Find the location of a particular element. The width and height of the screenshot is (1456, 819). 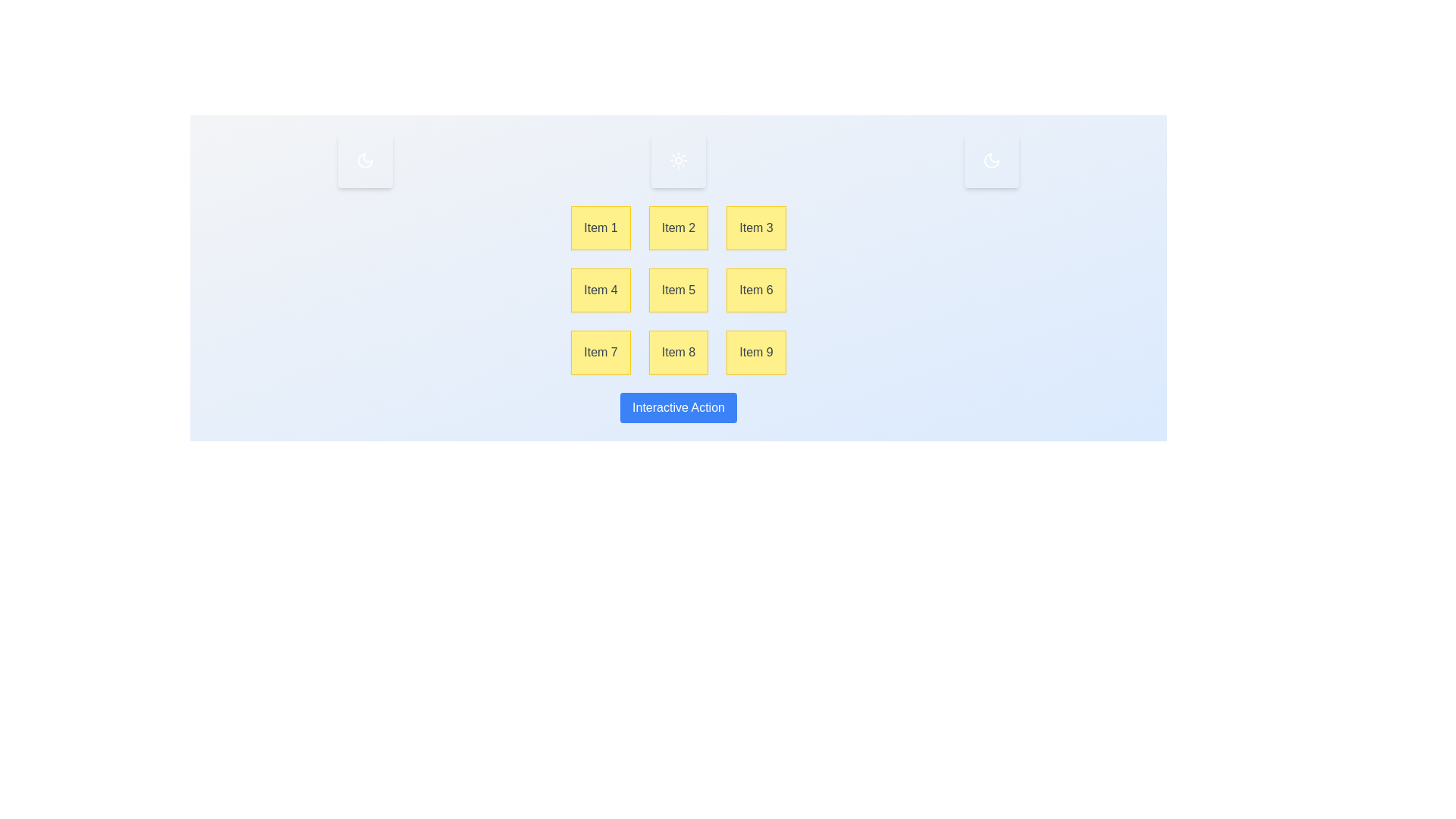

the text label reading 'Item 9' which is styled in gray text on a yellow background, located in the third row and third column of a grid of items is located at coordinates (756, 352).